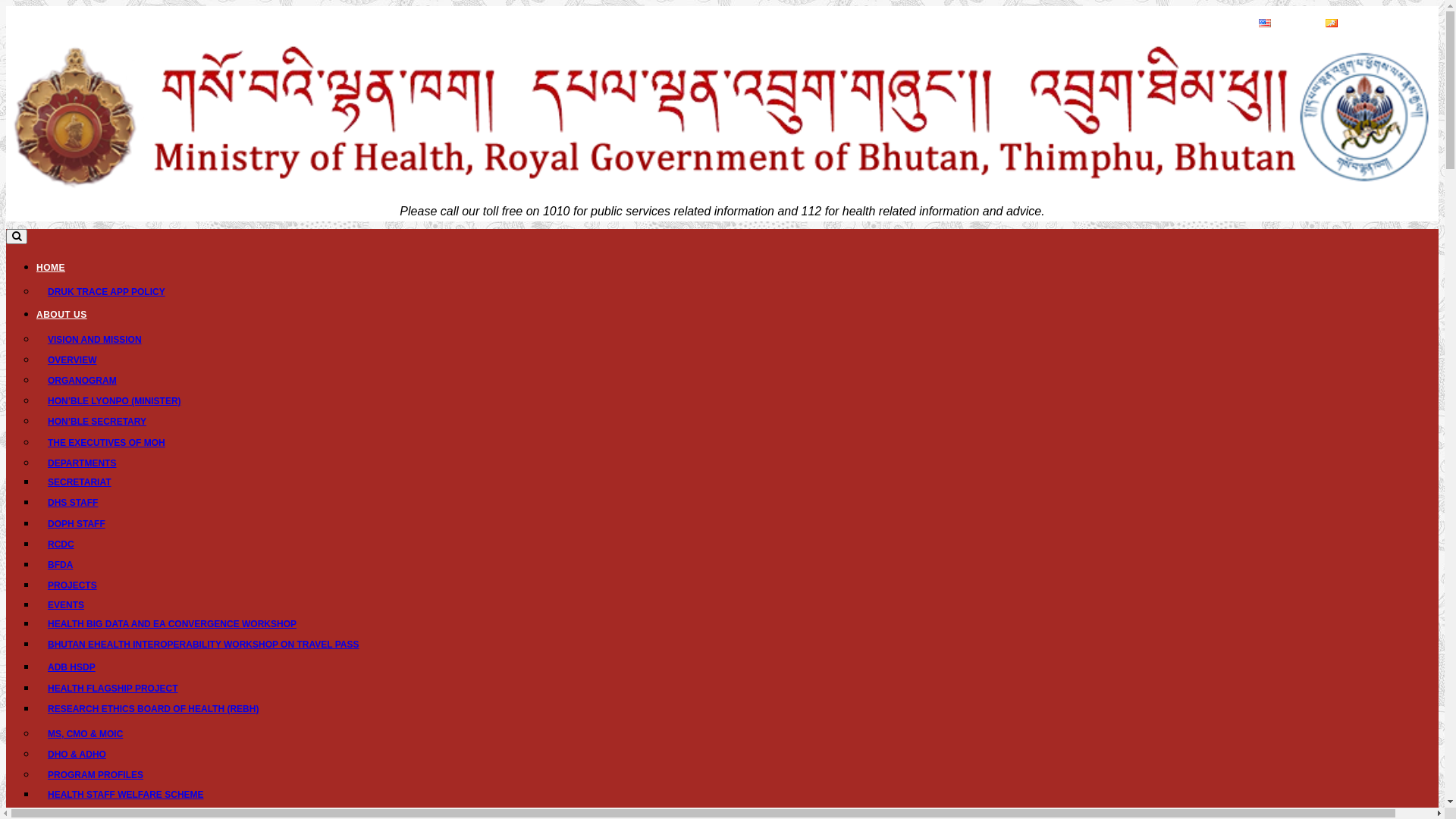 The image size is (1456, 819). I want to click on 'MS, CMO & MOIC', so click(84, 733).